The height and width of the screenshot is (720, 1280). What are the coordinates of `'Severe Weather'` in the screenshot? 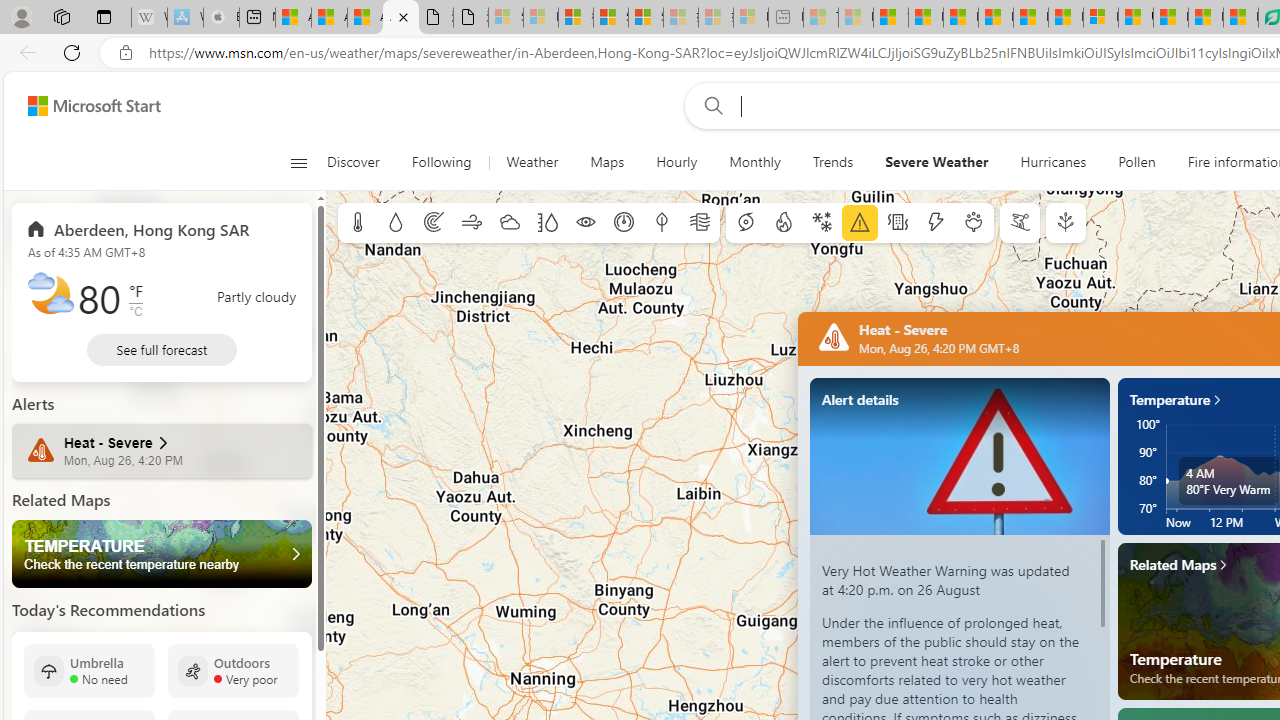 It's located at (935, 162).